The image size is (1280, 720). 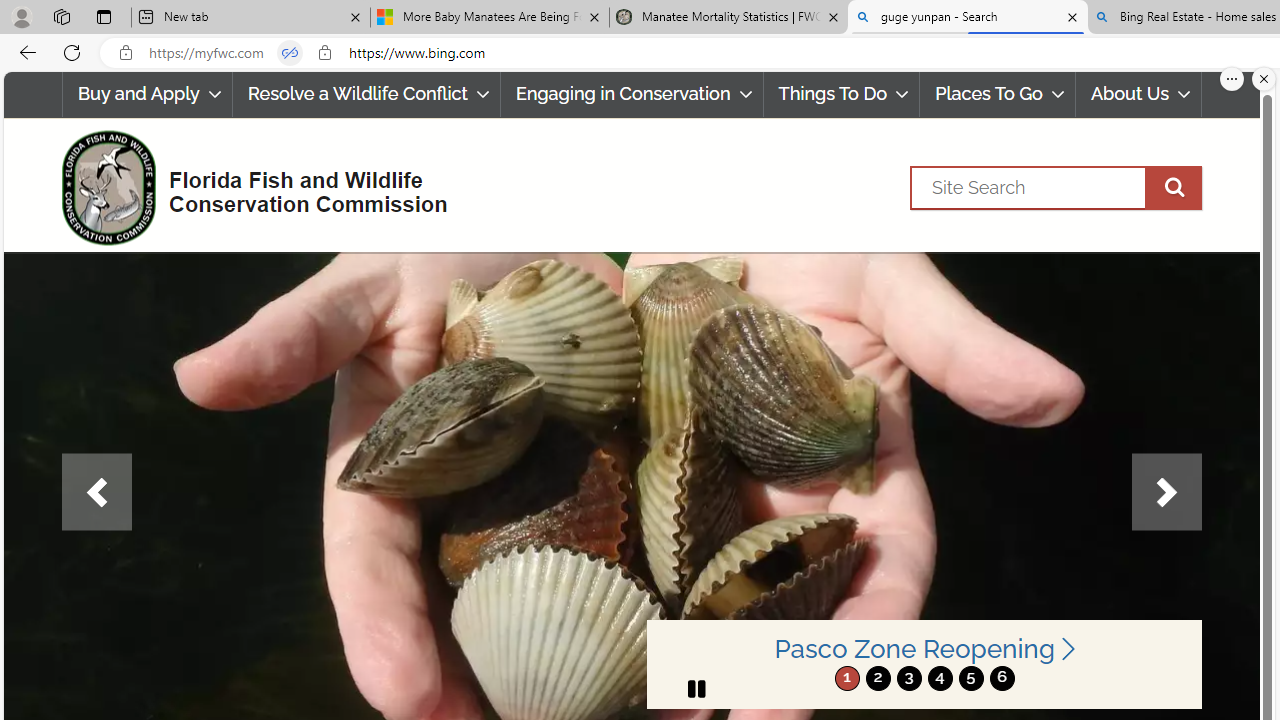 What do you see at coordinates (631, 94) in the screenshot?
I see `'Engaging in Conservation'` at bounding box center [631, 94].